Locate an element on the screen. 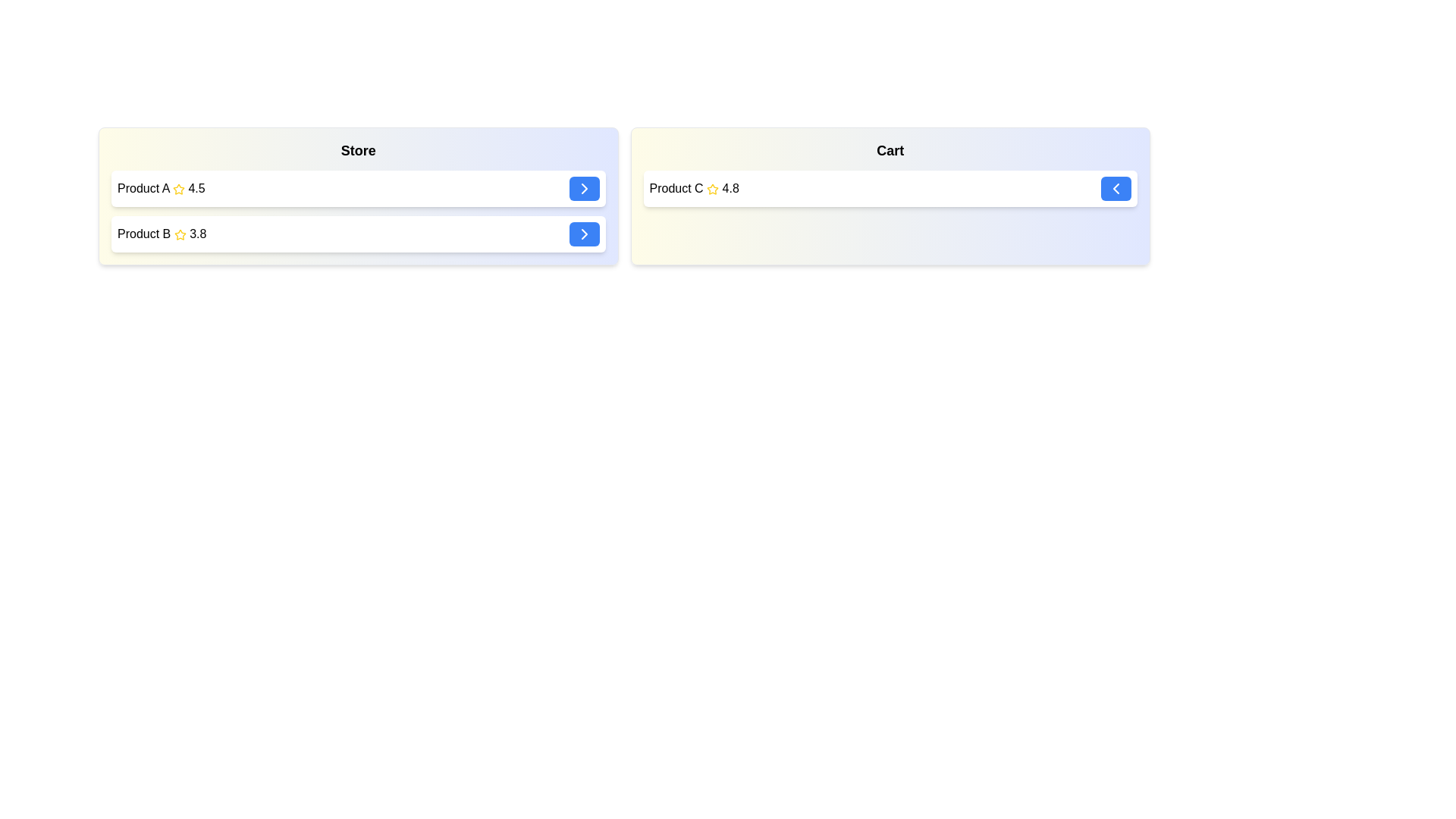  left arrow button next to 'Product C' in the 'Cart' list is located at coordinates (1116, 188).